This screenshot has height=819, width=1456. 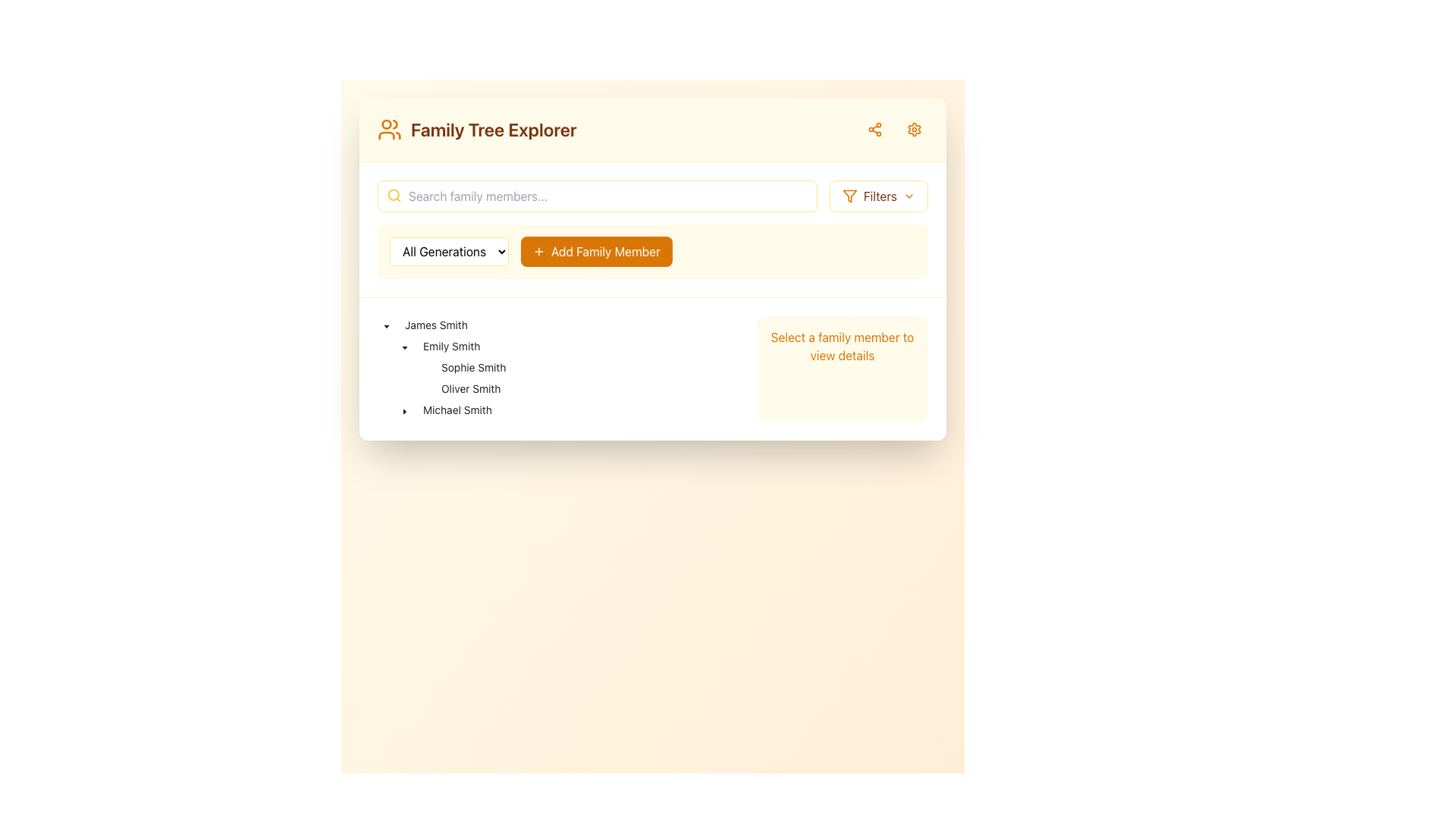 I want to click on the cogwheel or gear icon located in the top-right corner of the interface, so click(x=913, y=128).